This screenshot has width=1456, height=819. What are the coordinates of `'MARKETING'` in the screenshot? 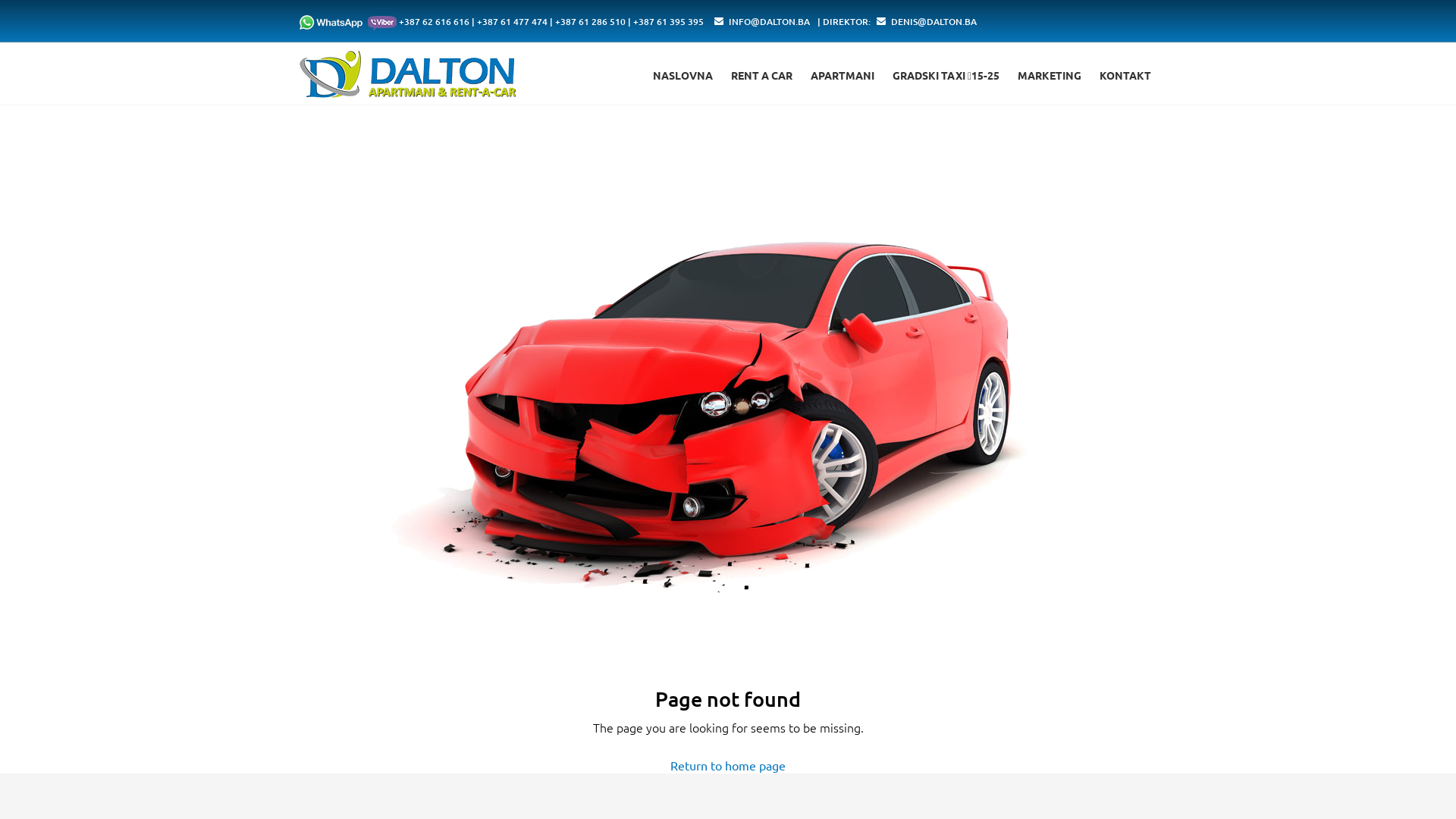 It's located at (1048, 75).